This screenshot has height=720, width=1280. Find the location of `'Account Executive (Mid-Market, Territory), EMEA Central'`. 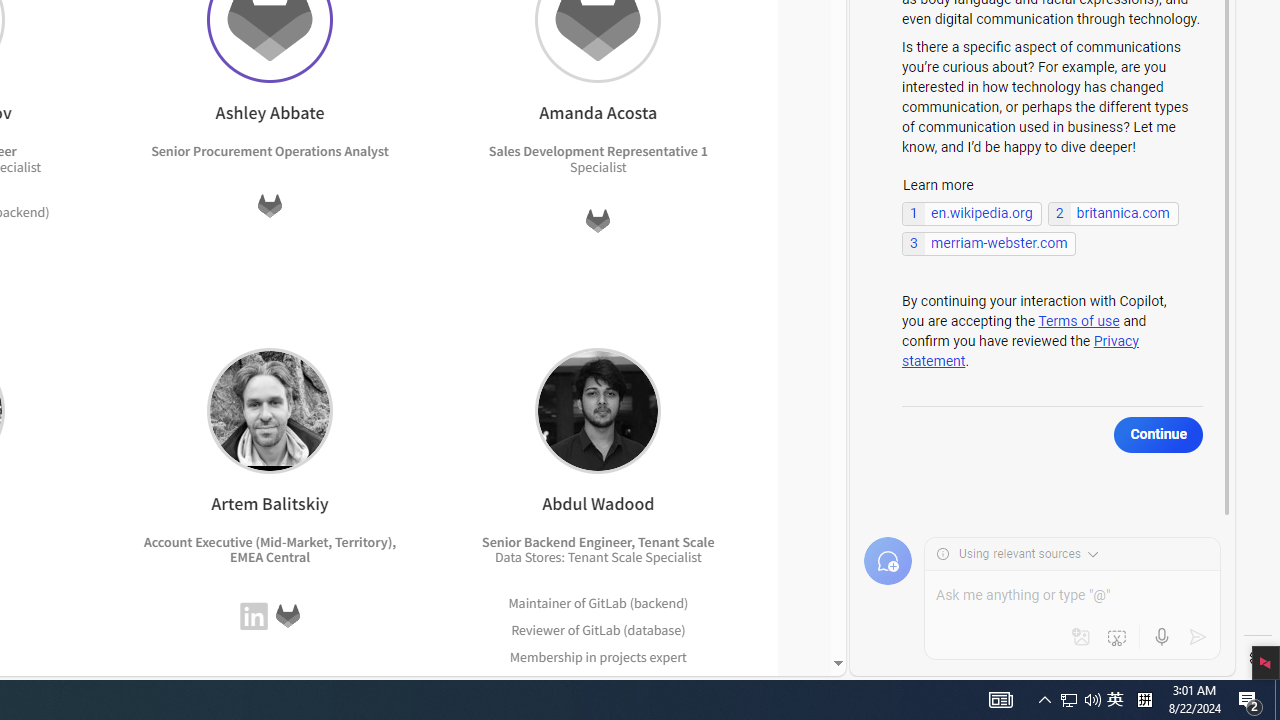

'Account Executive (Mid-Market, Territory), EMEA Central' is located at coordinates (269, 549).